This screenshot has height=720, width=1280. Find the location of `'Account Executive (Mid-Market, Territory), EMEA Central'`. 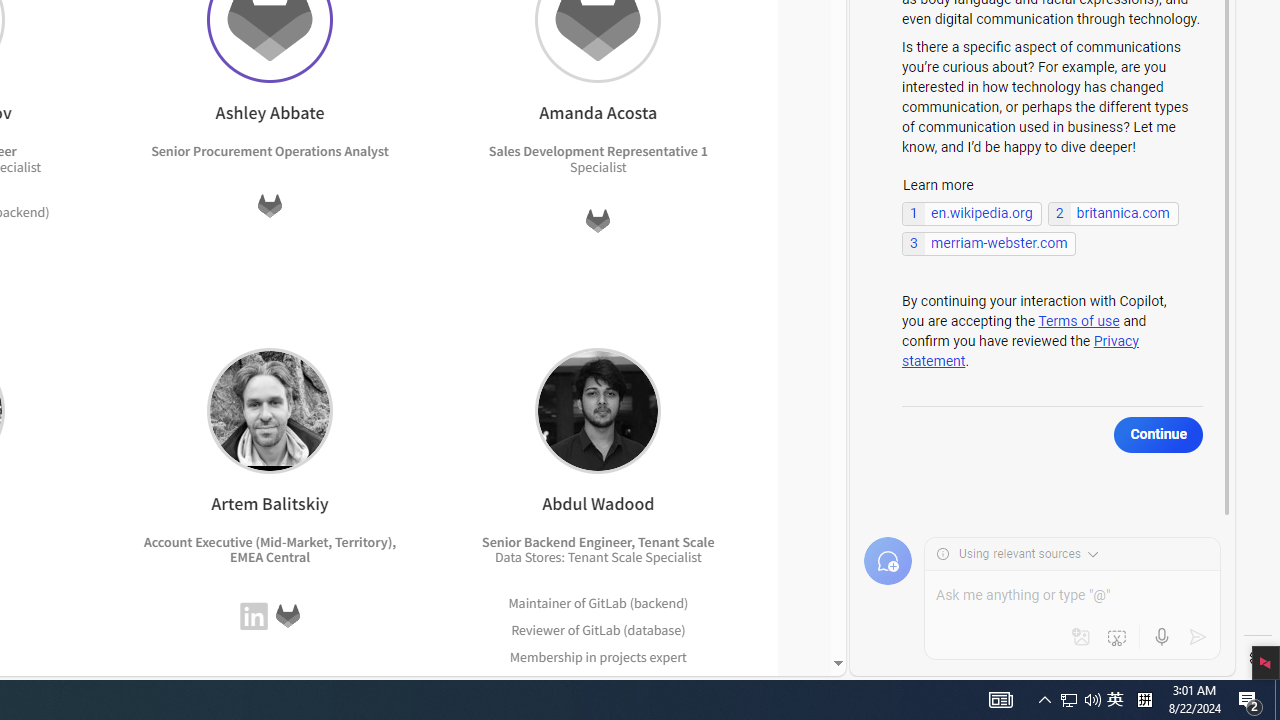

'Account Executive (Mid-Market, Territory), EMEA Central' is located at coordinates (269, 549).